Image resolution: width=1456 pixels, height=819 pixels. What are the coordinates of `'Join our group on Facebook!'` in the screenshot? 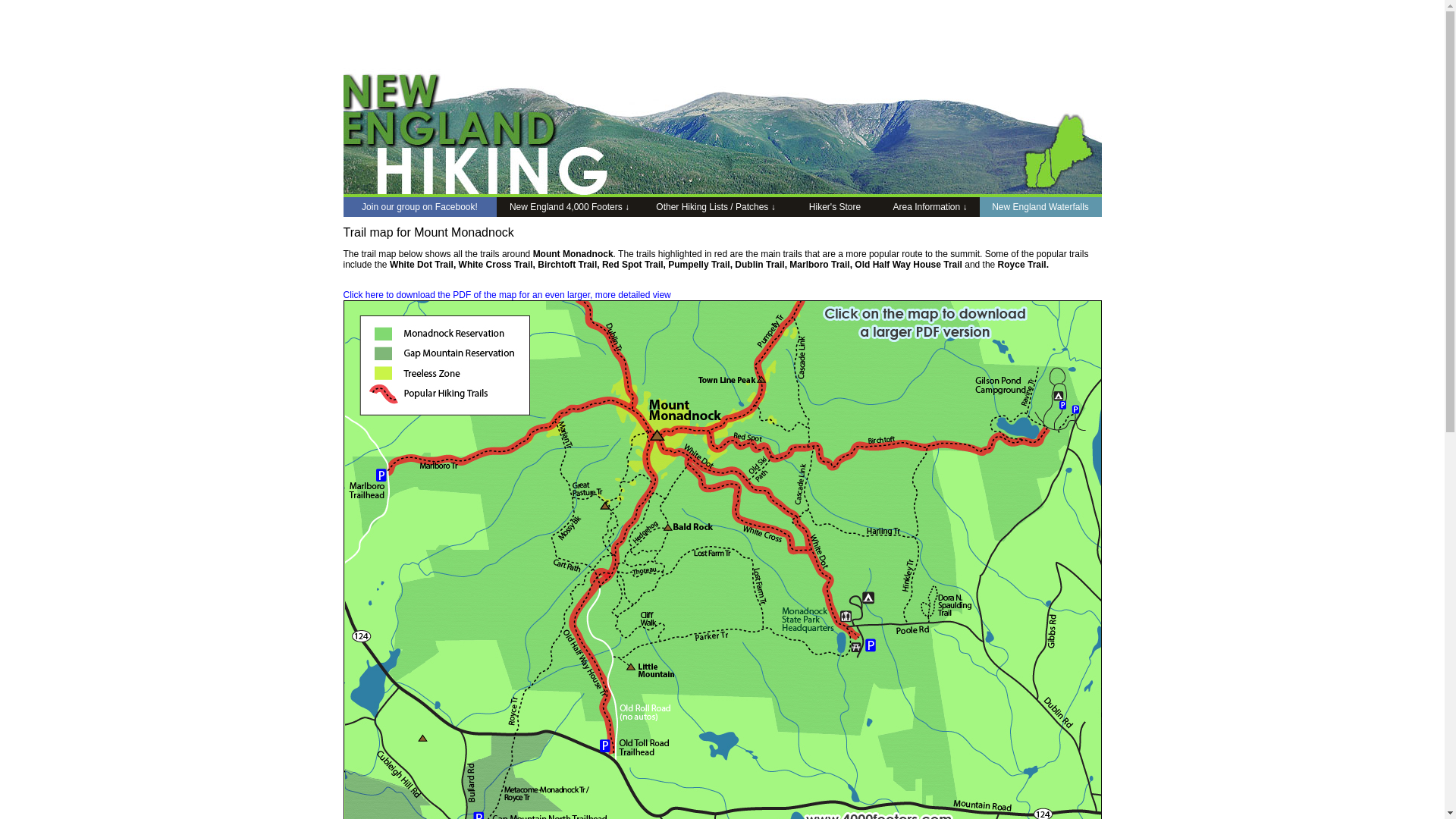 It's located at (341, 207).